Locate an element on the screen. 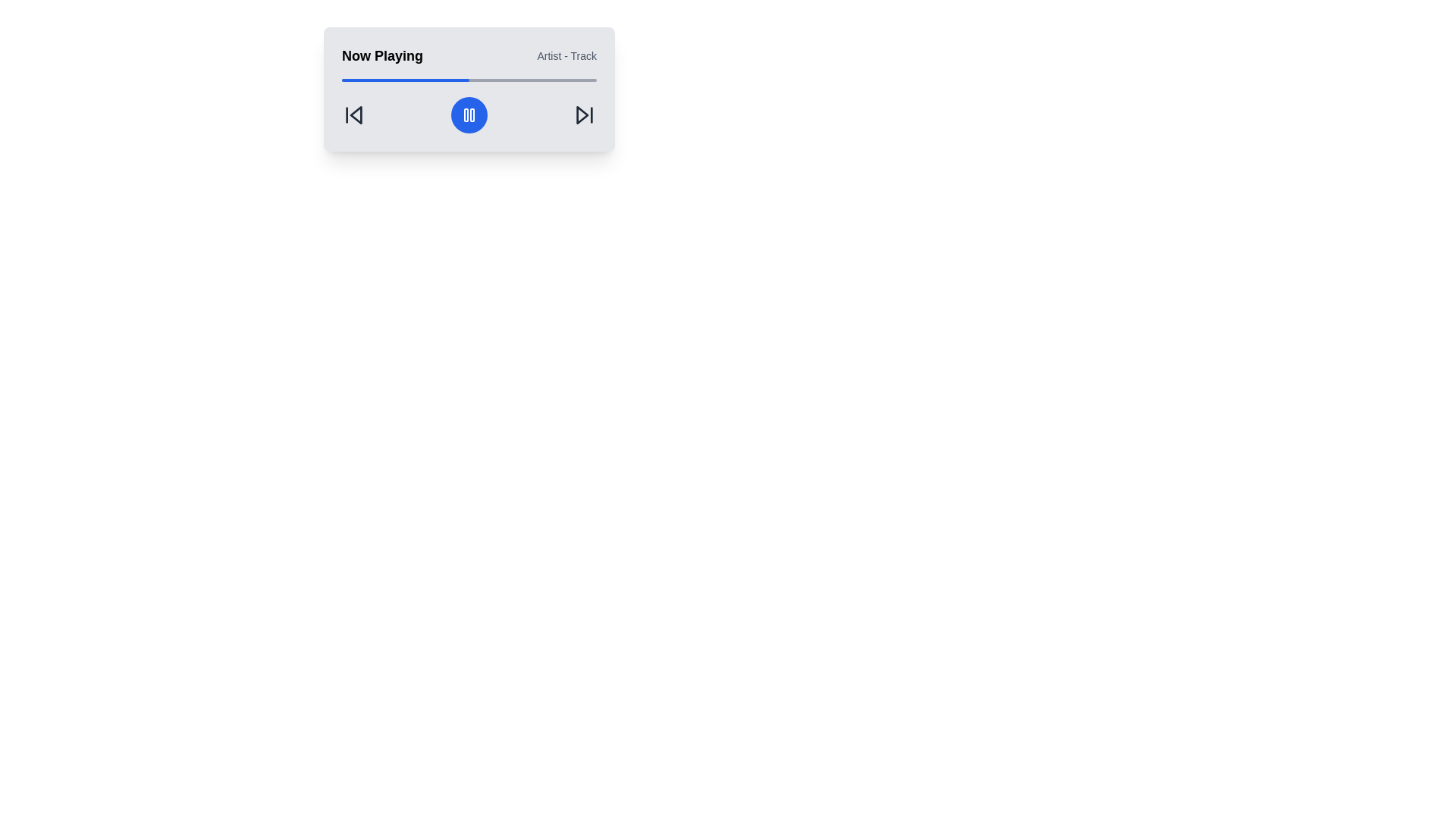 The width and height of the screenshot is (1456, 819). on the triangular icon with a black outline and hollow interior, located in the fourth column of the music control panel is located at coordinates (582, 114).